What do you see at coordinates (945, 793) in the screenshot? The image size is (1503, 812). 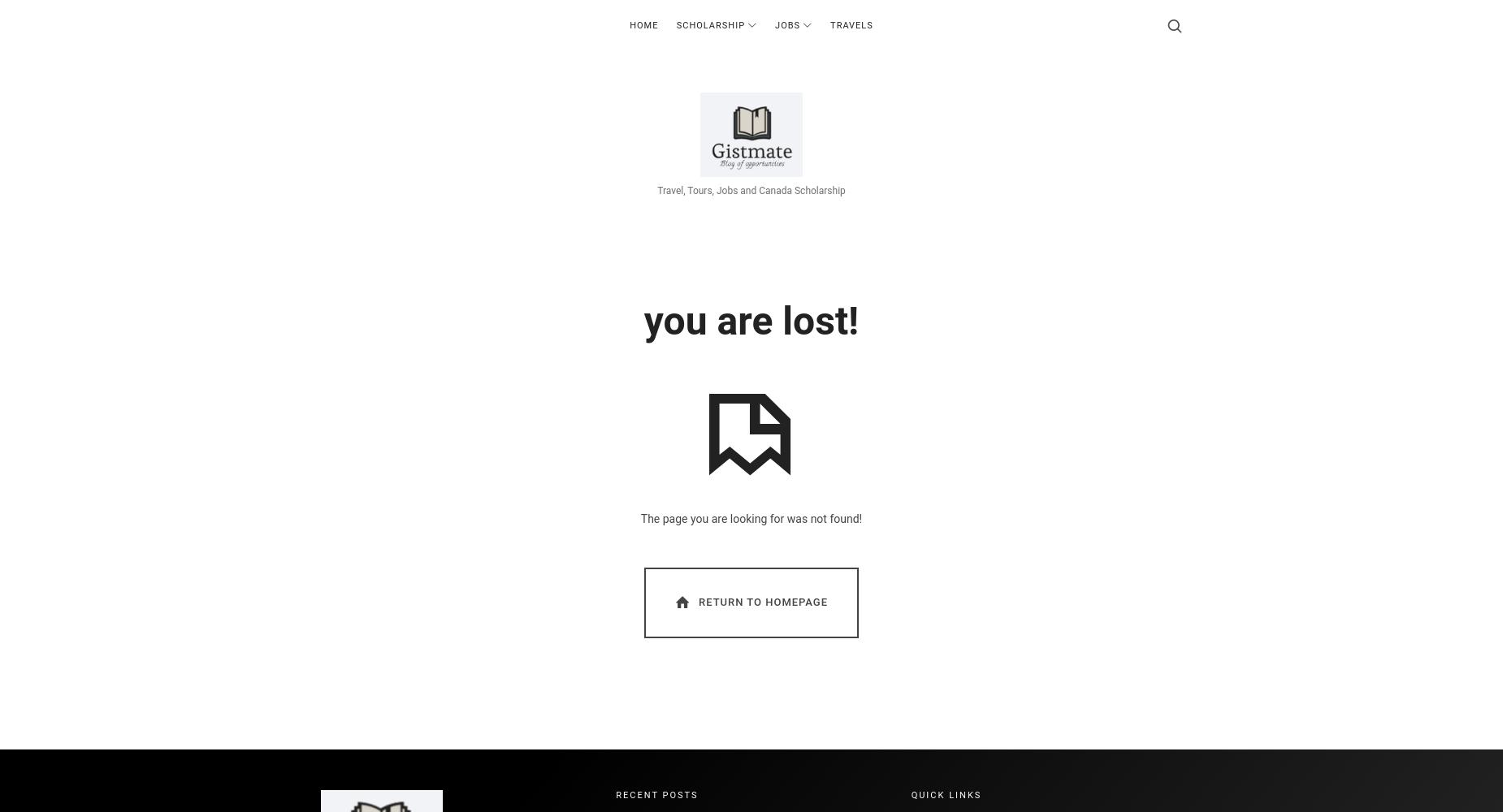 I see `'Quick Links'` at bounding box center [945, 793].